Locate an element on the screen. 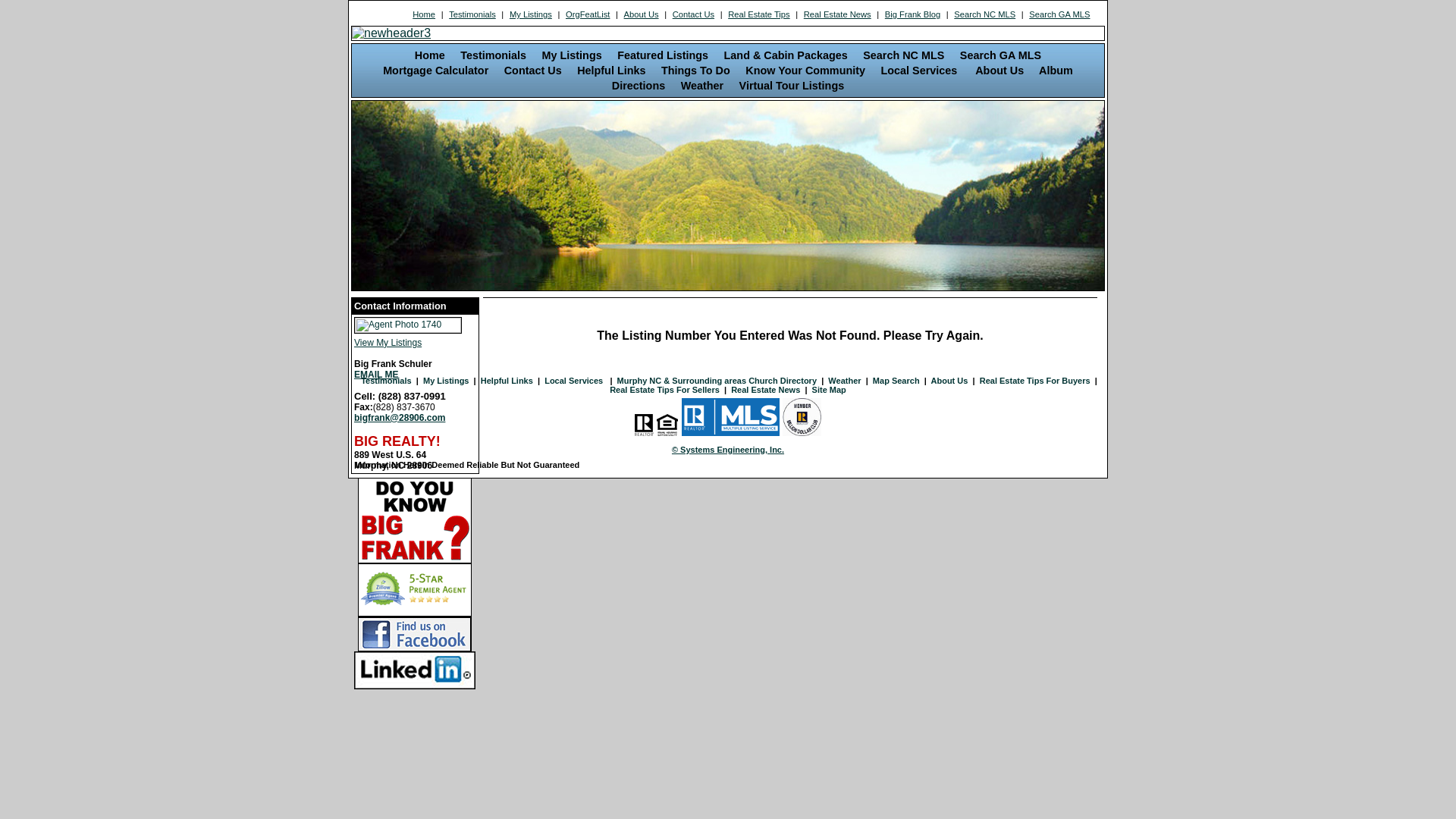 This screenshot has width=1456, height=819. 'Home' is located at coordinates (411, 14).